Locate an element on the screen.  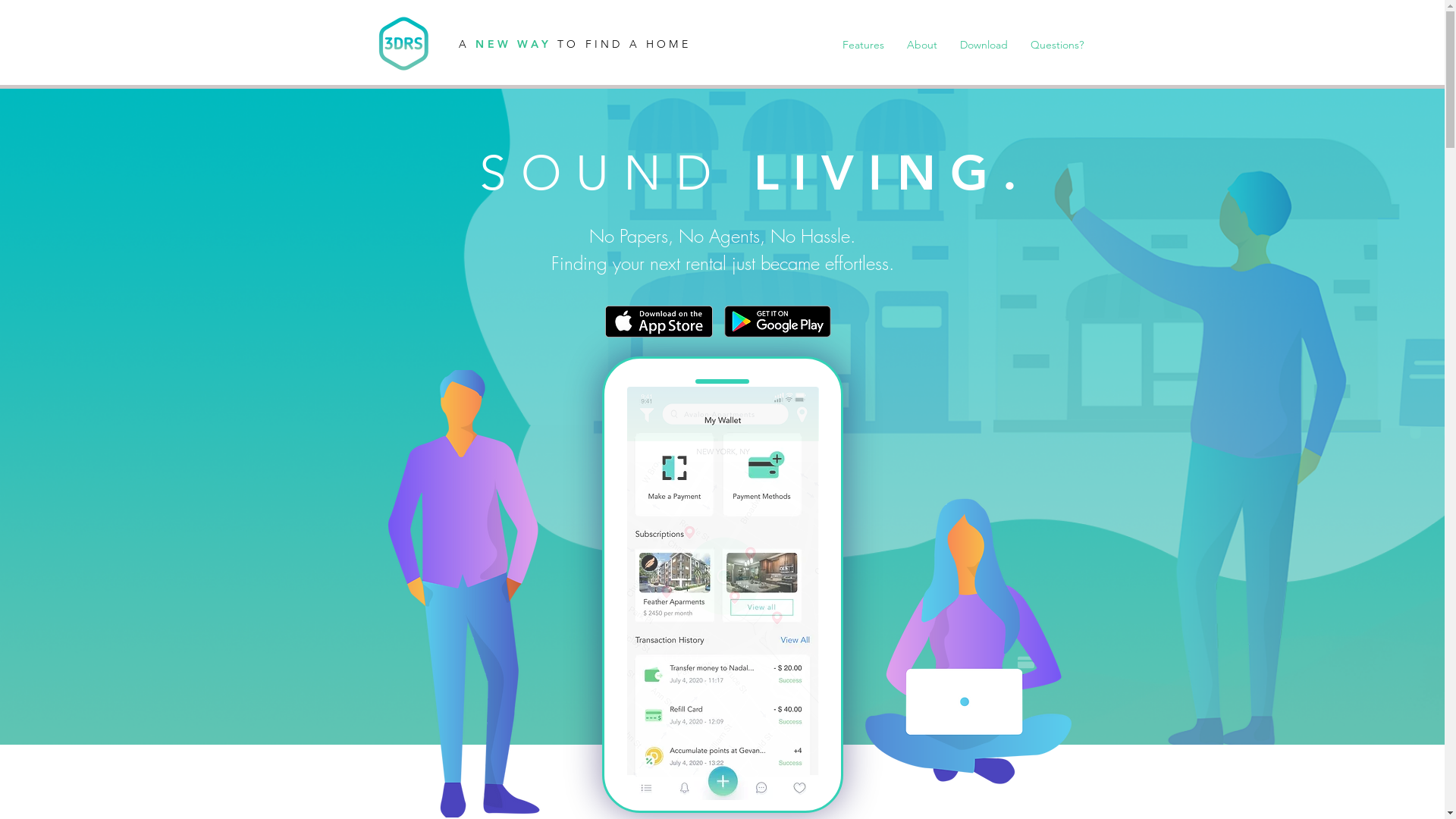
'Download' is located at coordinates (983, 43).